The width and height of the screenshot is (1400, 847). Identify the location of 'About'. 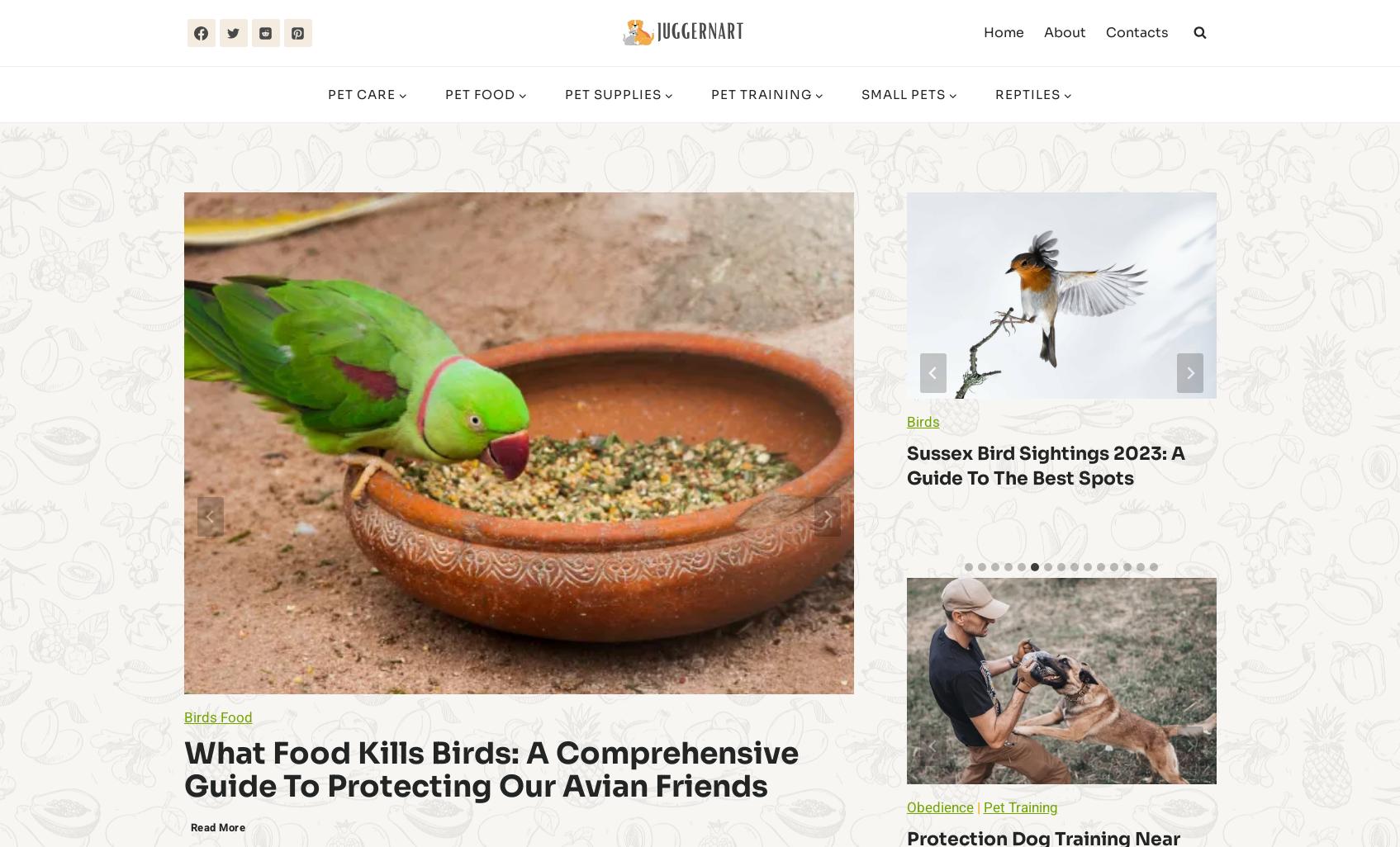
(1063, 32).